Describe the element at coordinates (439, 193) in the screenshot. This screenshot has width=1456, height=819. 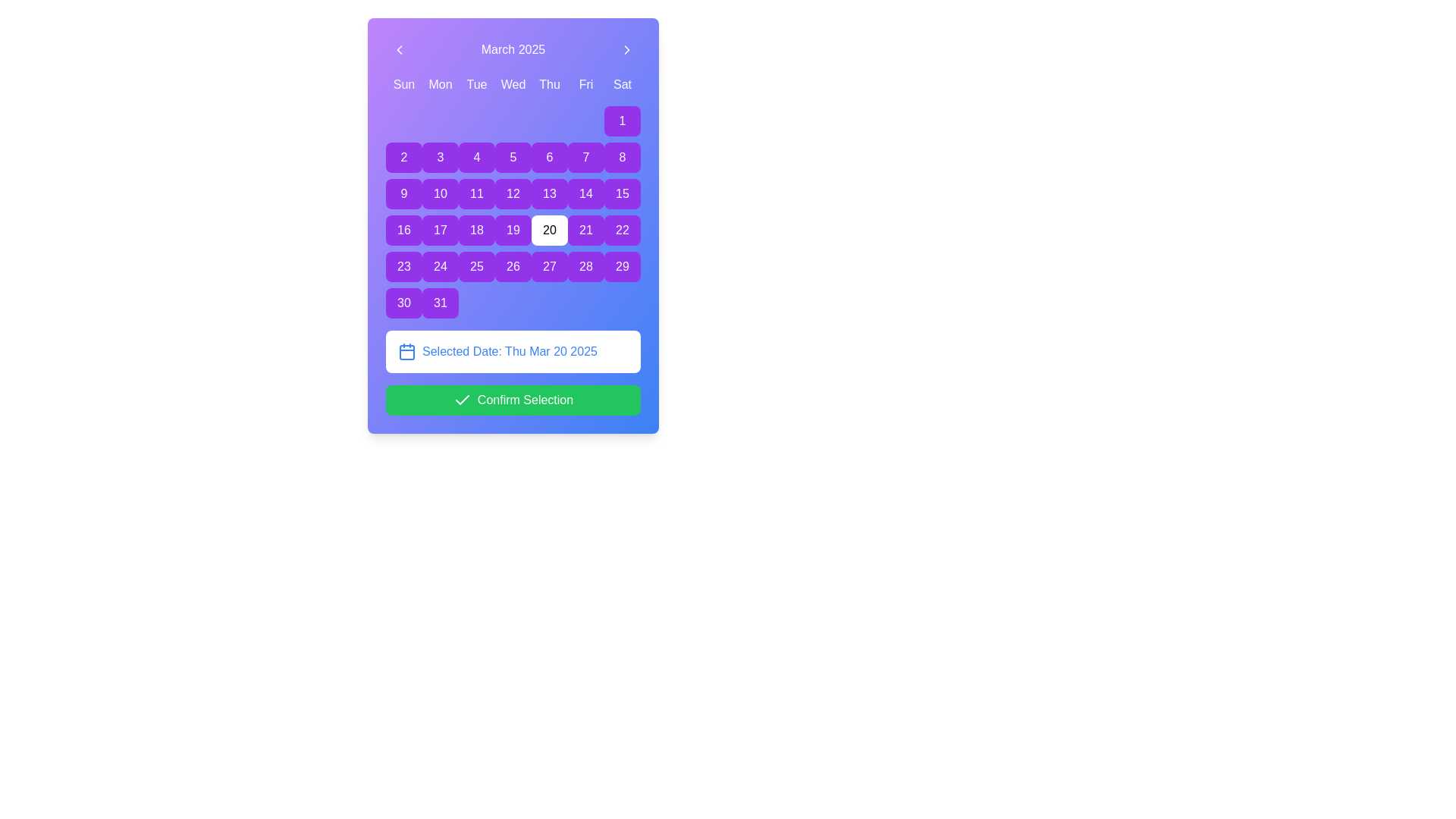
I see `the button with a purple background and white text displaying the number '10'` at that location.